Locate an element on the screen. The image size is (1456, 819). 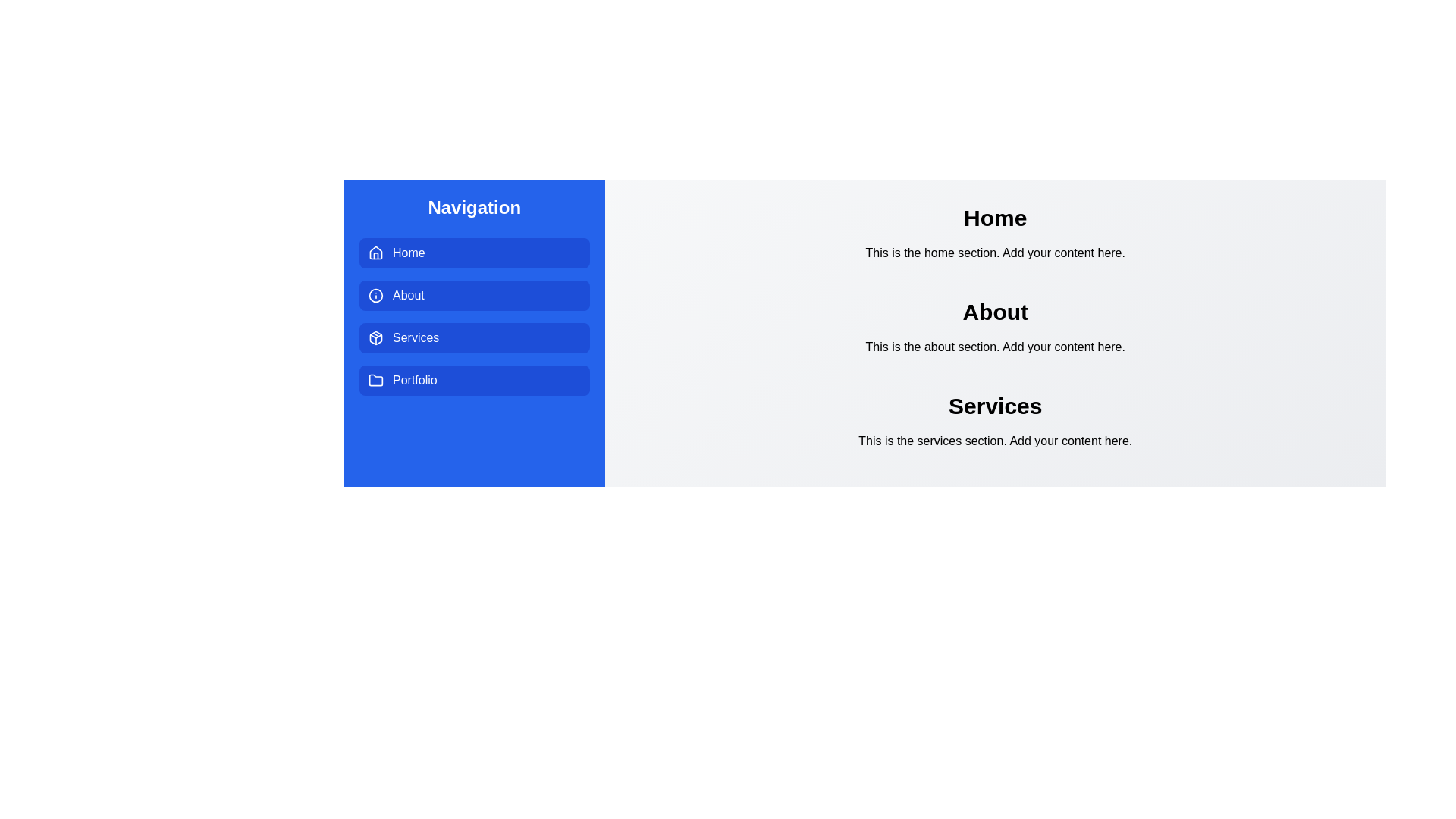
the 'Portfolio' button, which is the fourth item in the vertical navigation menu located in the left section of the interface, directly beneath the 'Services' button is located at coordinates (473, 379).